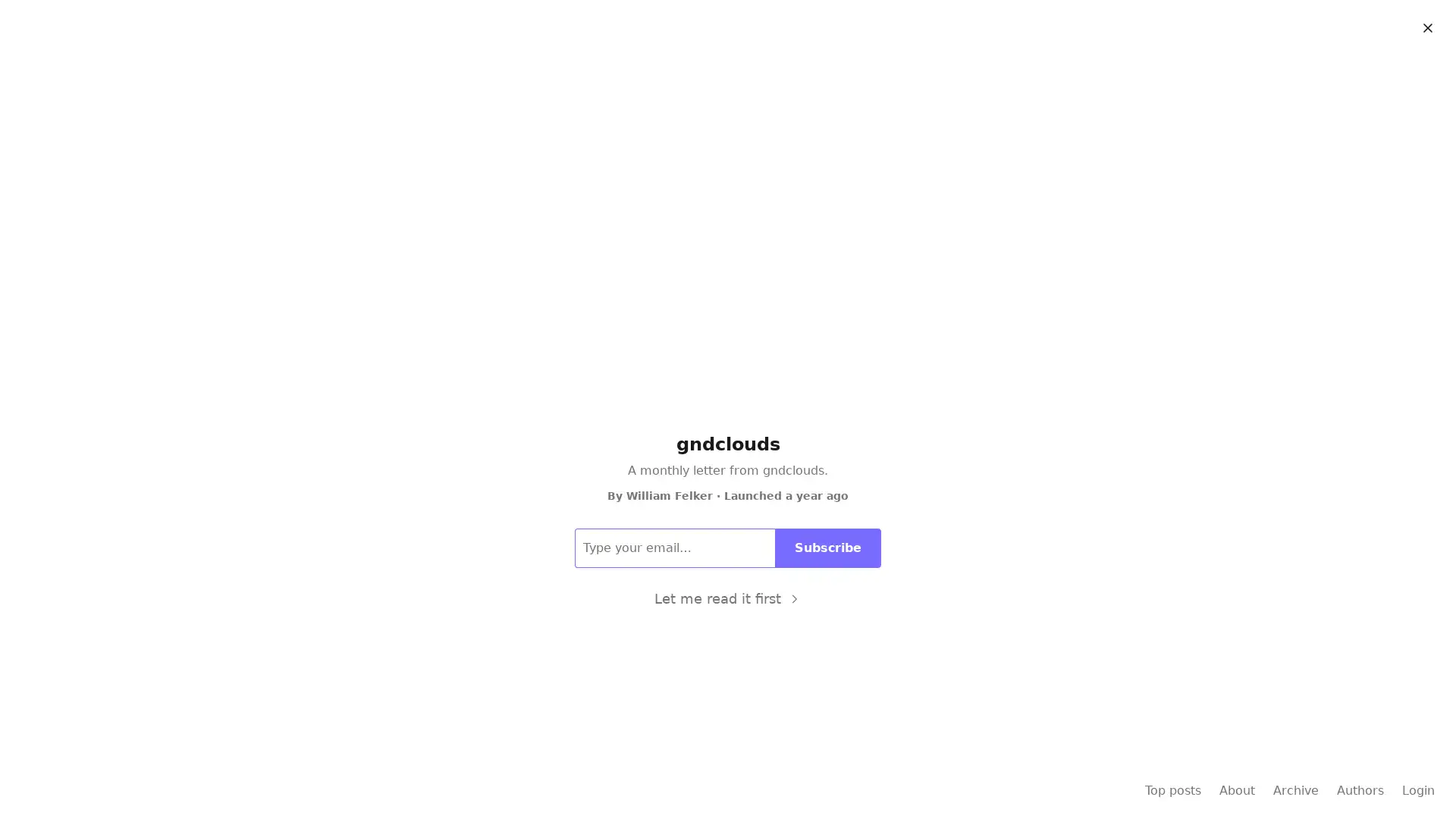 This screenshot has height=819, width=1456. I want to click on About, so click(783, 66).